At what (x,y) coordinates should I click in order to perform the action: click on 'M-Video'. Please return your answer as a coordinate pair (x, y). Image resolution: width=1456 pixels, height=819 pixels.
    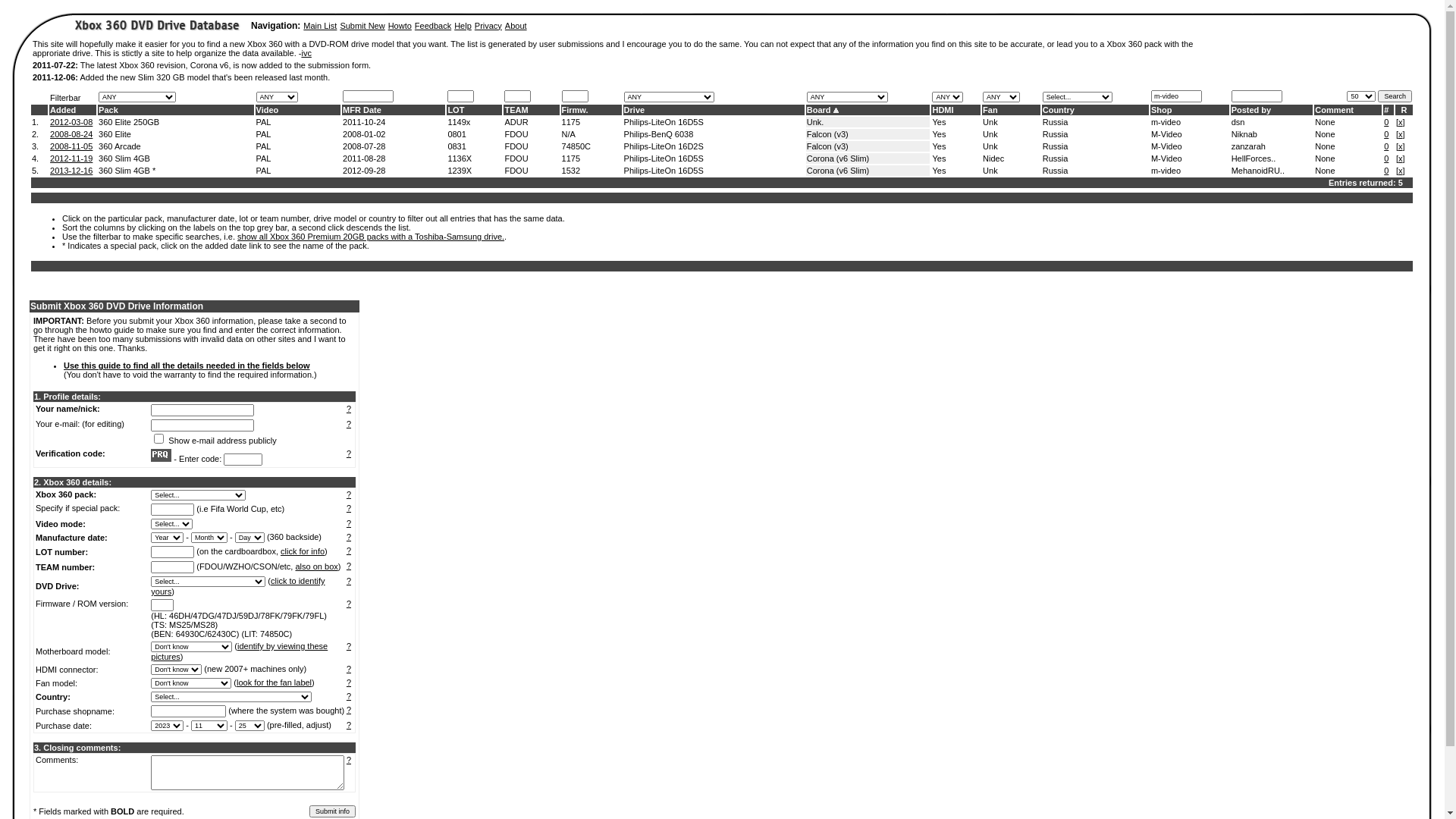
    Looking at the image, I should click on (1166, 158).